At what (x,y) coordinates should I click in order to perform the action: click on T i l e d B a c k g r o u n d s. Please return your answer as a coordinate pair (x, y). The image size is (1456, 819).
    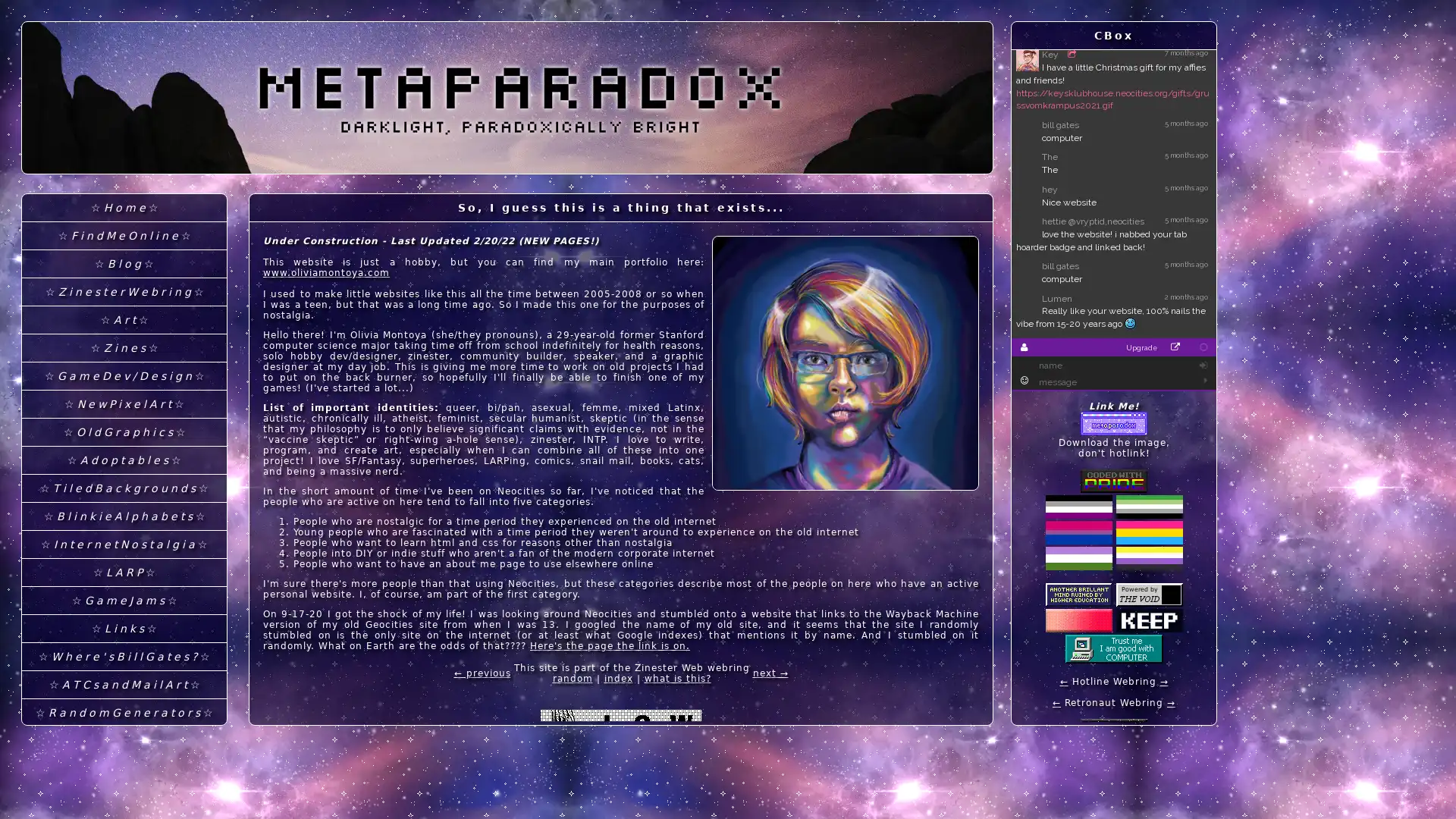
    Looking at the image, I should click on (124, 488).